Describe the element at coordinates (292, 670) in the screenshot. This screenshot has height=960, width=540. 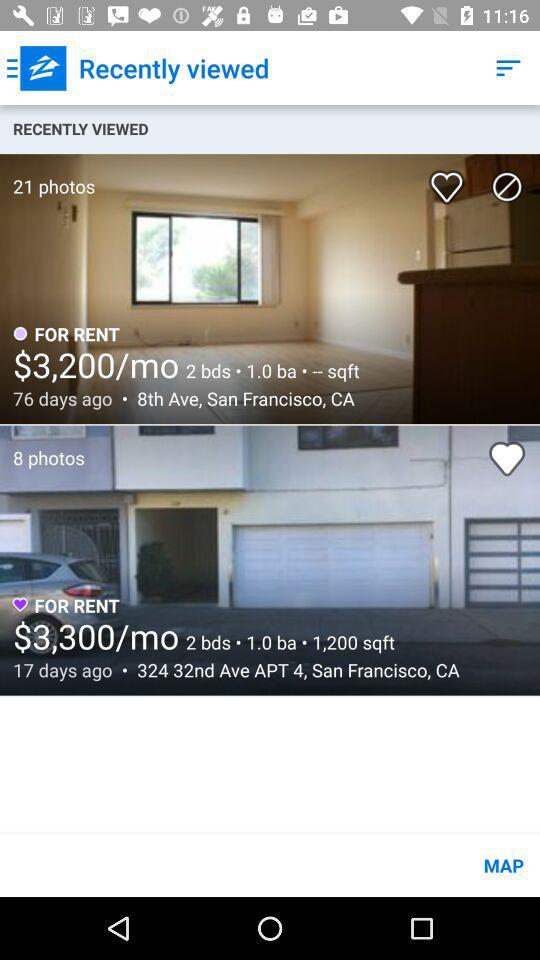
I see `324 32nd ave` at that location.